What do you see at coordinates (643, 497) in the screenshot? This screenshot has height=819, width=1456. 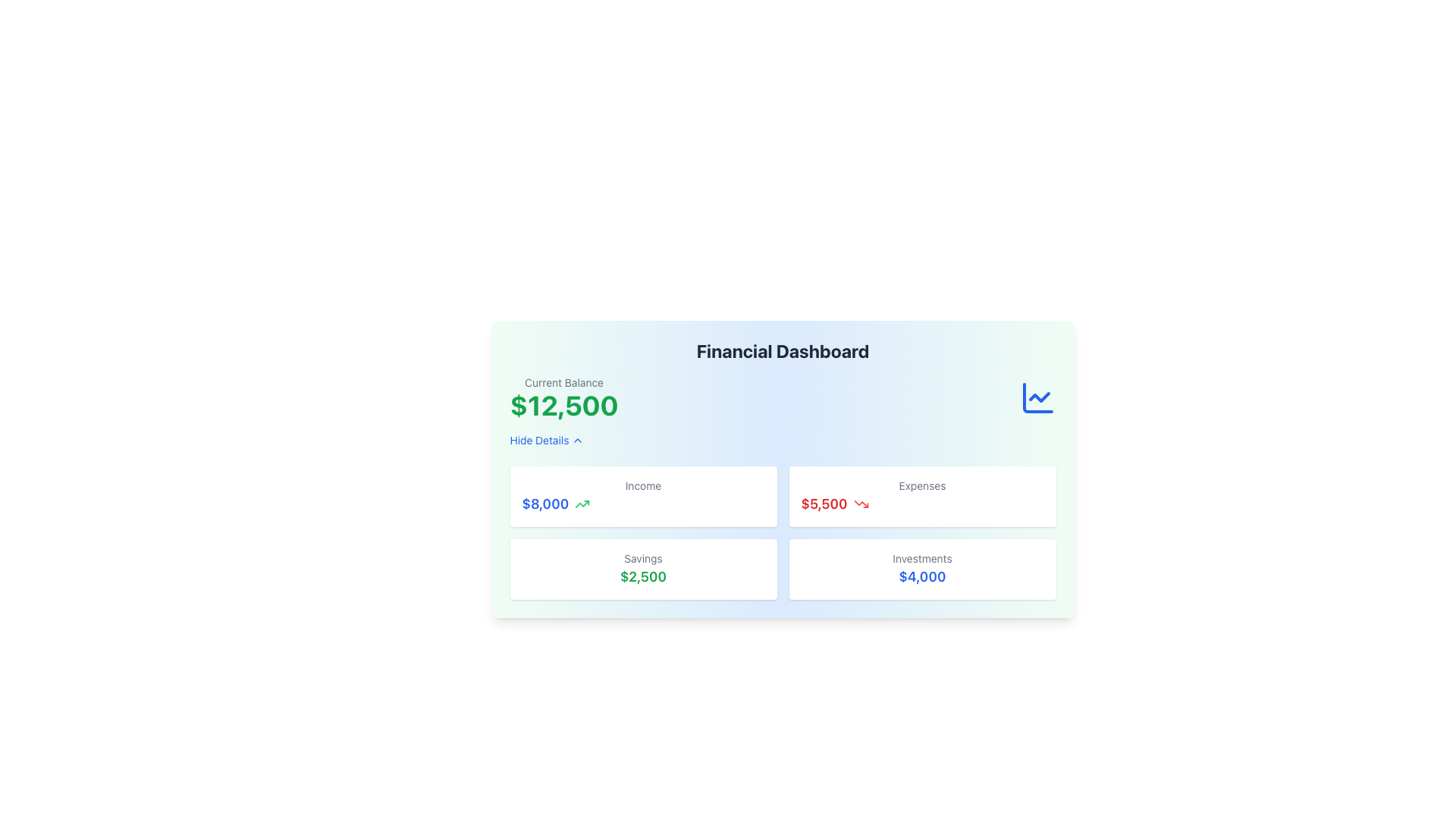 I see `the Information card that displays the user's income information, labeled 'Income', located in the top-left section of the grid layout` at bounding box center [643, 497].